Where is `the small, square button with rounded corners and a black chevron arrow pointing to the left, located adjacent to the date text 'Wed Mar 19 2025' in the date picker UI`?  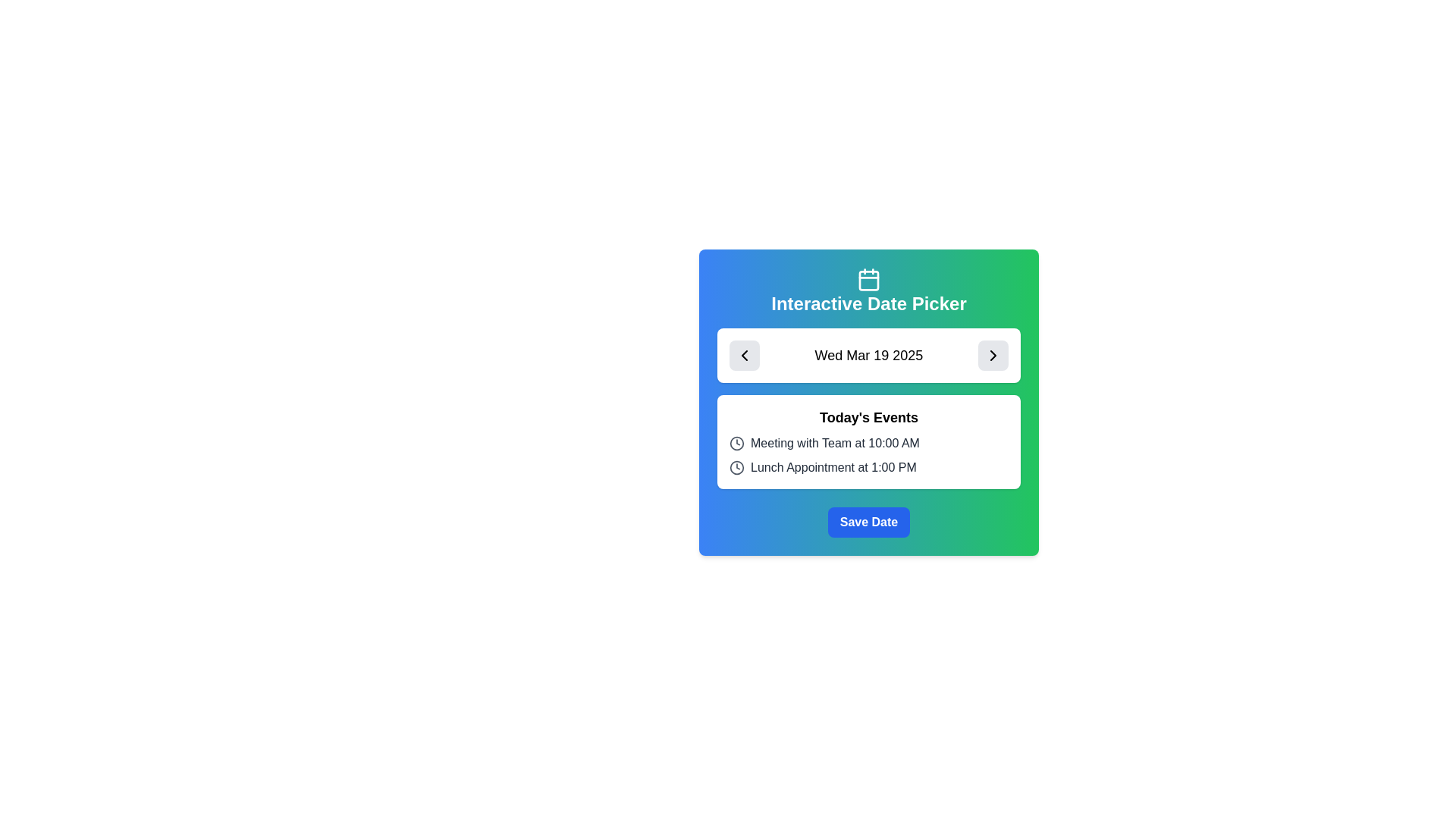
the small, square button with rounded corners and a black chevron arrow pointing to the left, located adjacent to the date text 'Wed Mar 19 2025' in the date picker UI is located at coordinates (745, 356).